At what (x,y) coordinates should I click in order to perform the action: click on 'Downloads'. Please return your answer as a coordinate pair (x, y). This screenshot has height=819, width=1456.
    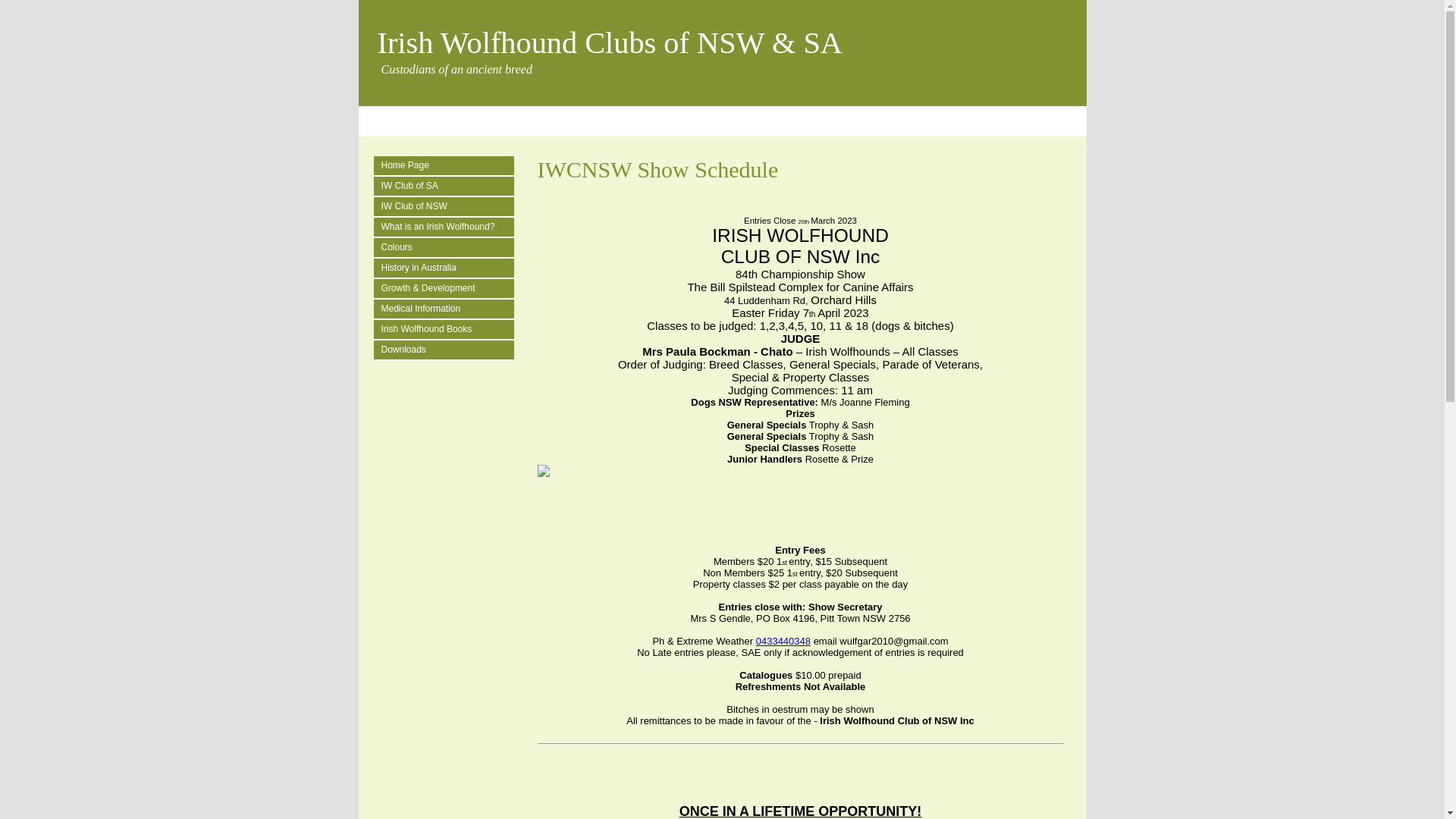
    Looking at the image, I should click on (381, 350).